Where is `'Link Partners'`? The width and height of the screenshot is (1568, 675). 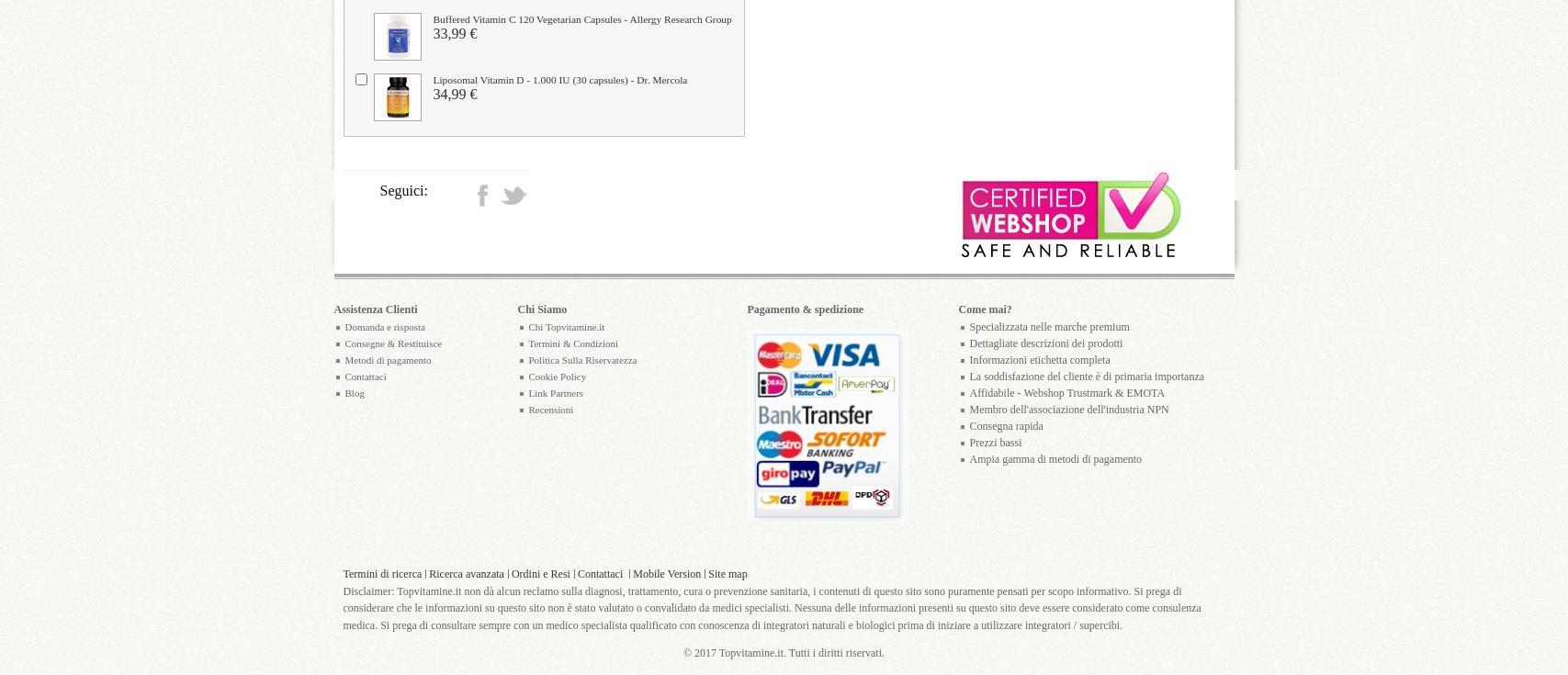 'Link Partners' is located at coordinates (555, 391).